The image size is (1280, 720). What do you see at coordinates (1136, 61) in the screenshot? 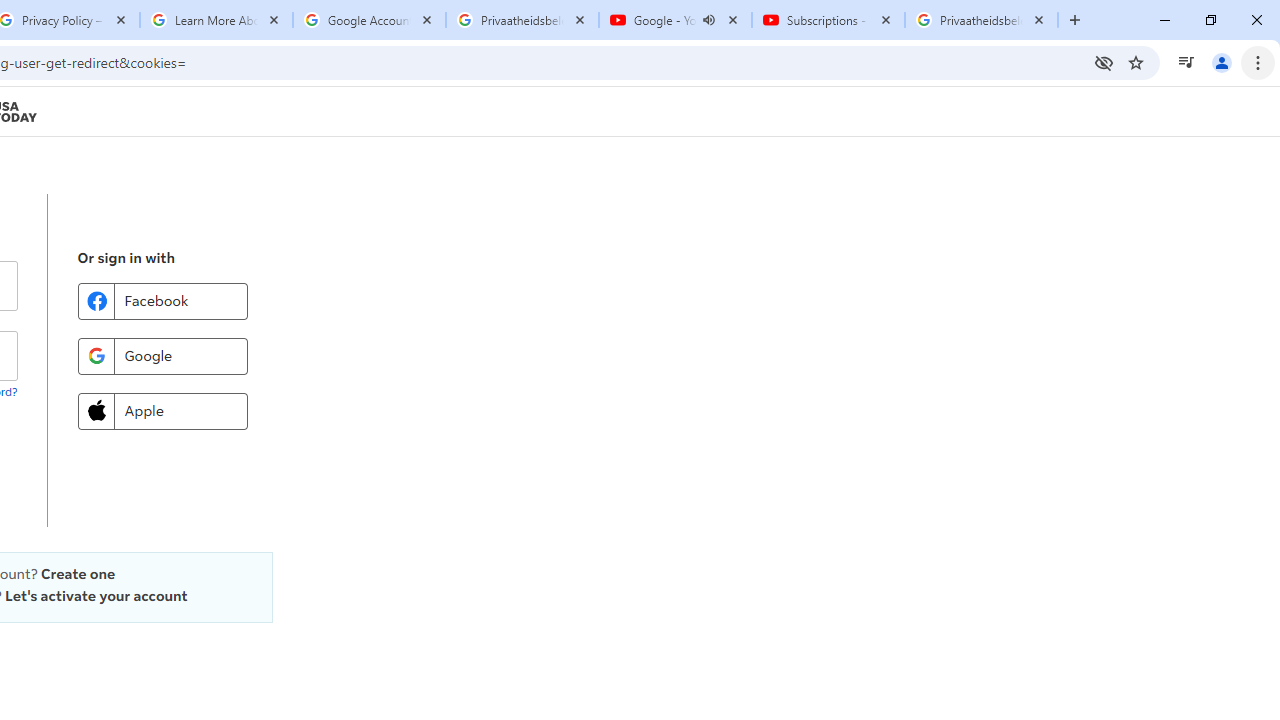
I see `'Bookmark this tab'` at bounding box center [1136, 61].